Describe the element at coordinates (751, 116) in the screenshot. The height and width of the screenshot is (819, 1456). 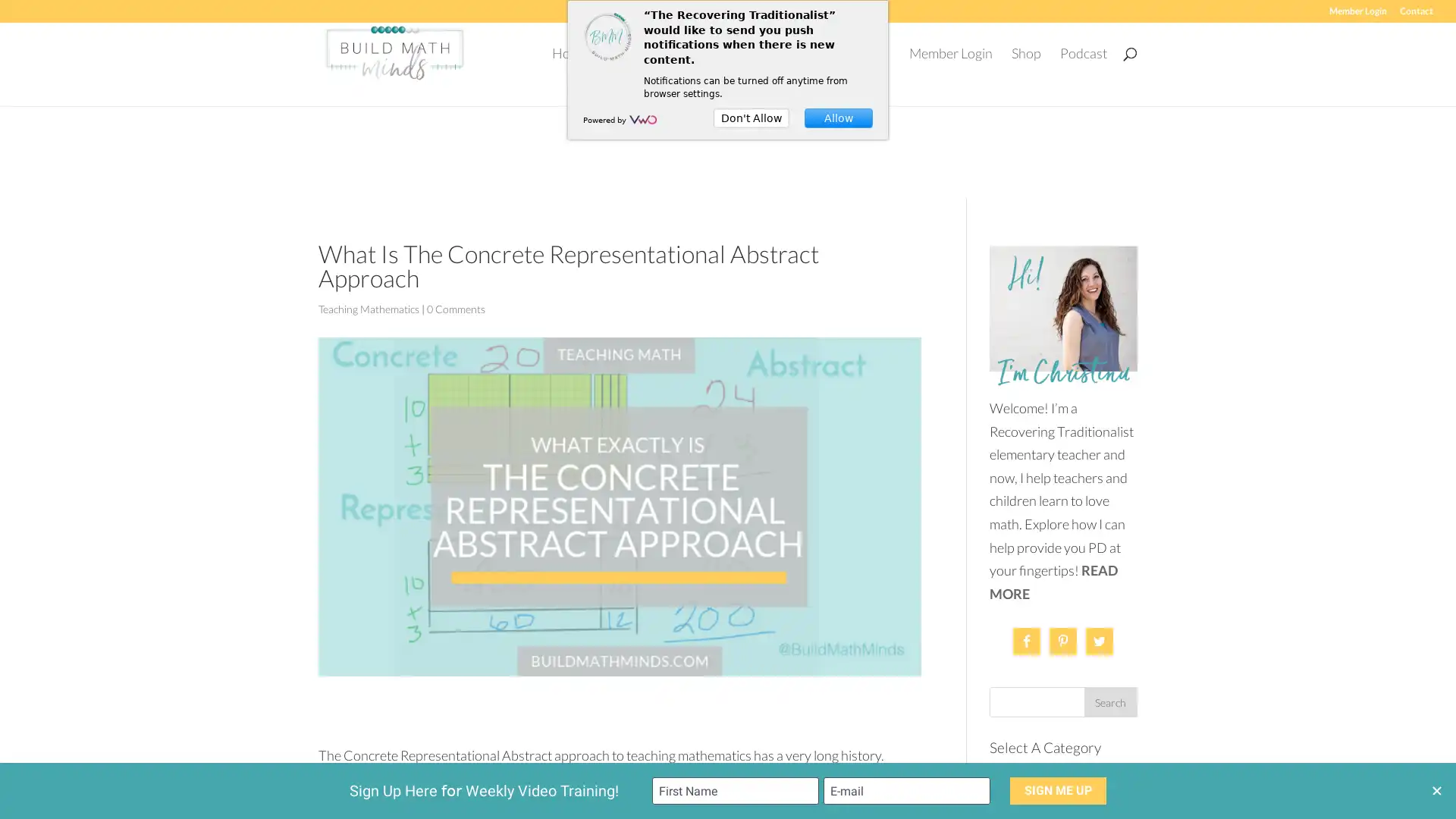
I see `Don't Allow` at that location.